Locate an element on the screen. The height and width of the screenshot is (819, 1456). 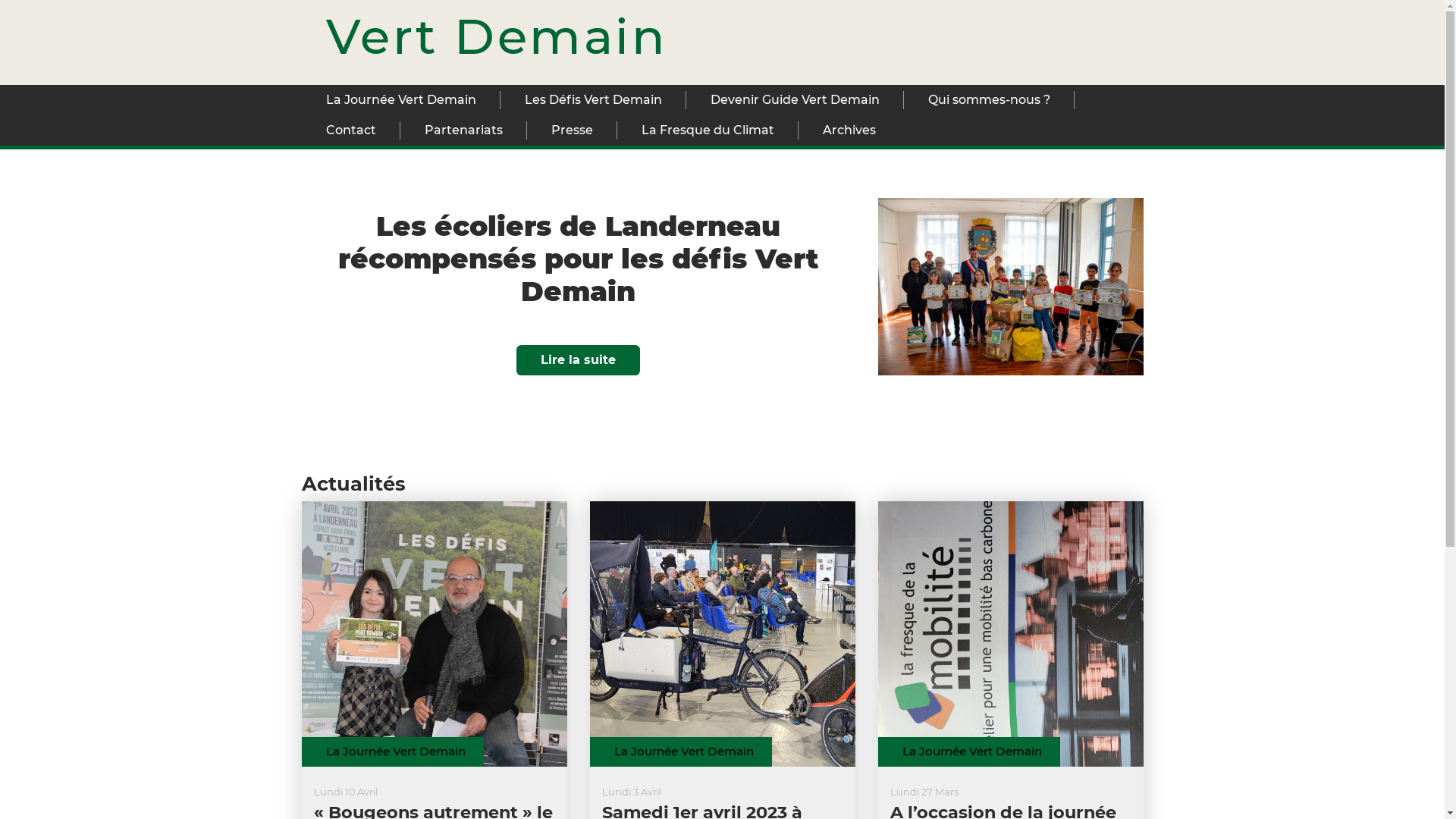
'Vert Demain' is located at coordinates (497, 35).